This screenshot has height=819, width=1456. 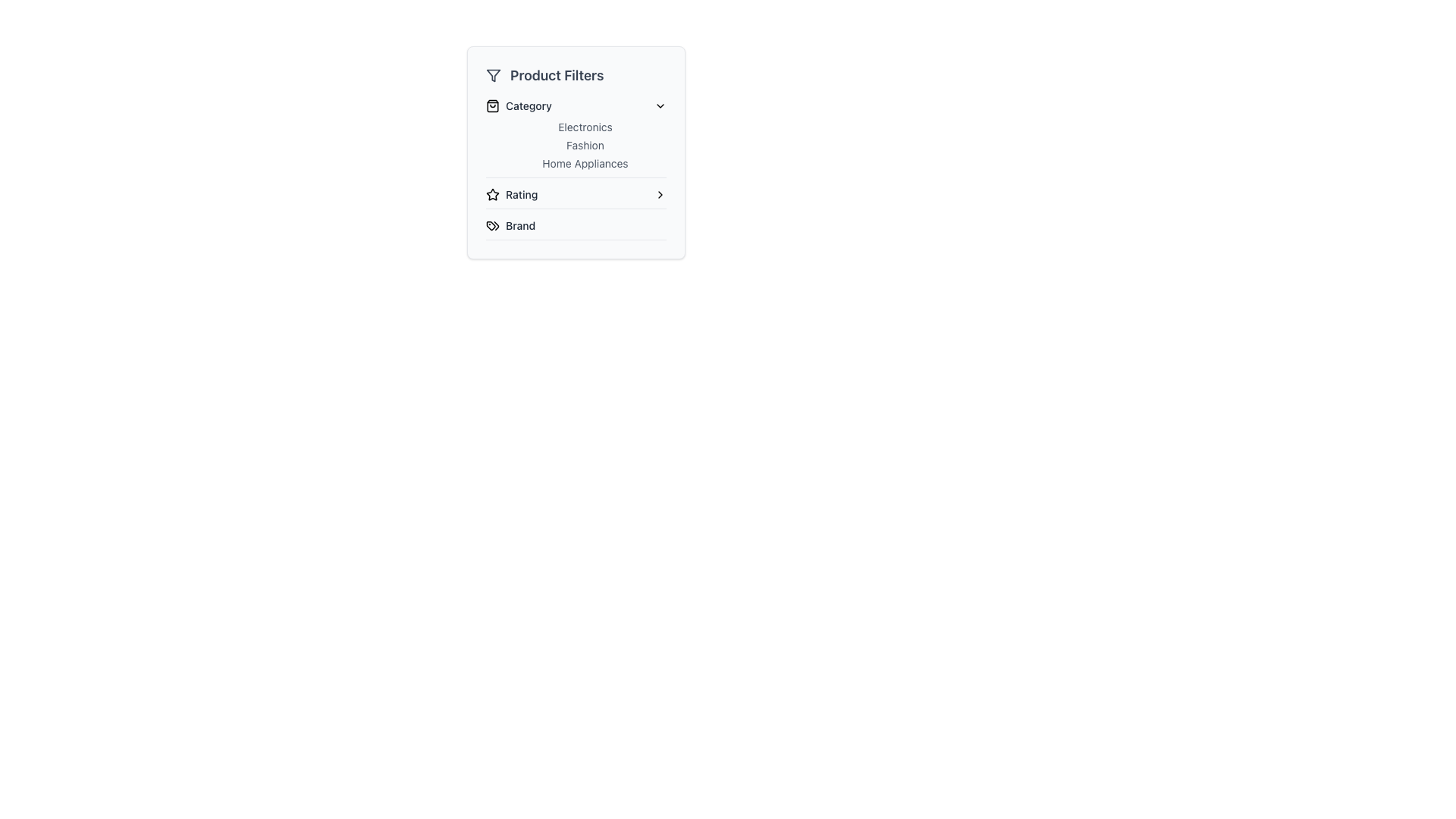 What do you see at coordinates (575, 152) in the screenshot?
I see `the second entry in the 'Category' section of the product filter panel to apply the 'Fashion' filter` at bounding box center [575, 152].